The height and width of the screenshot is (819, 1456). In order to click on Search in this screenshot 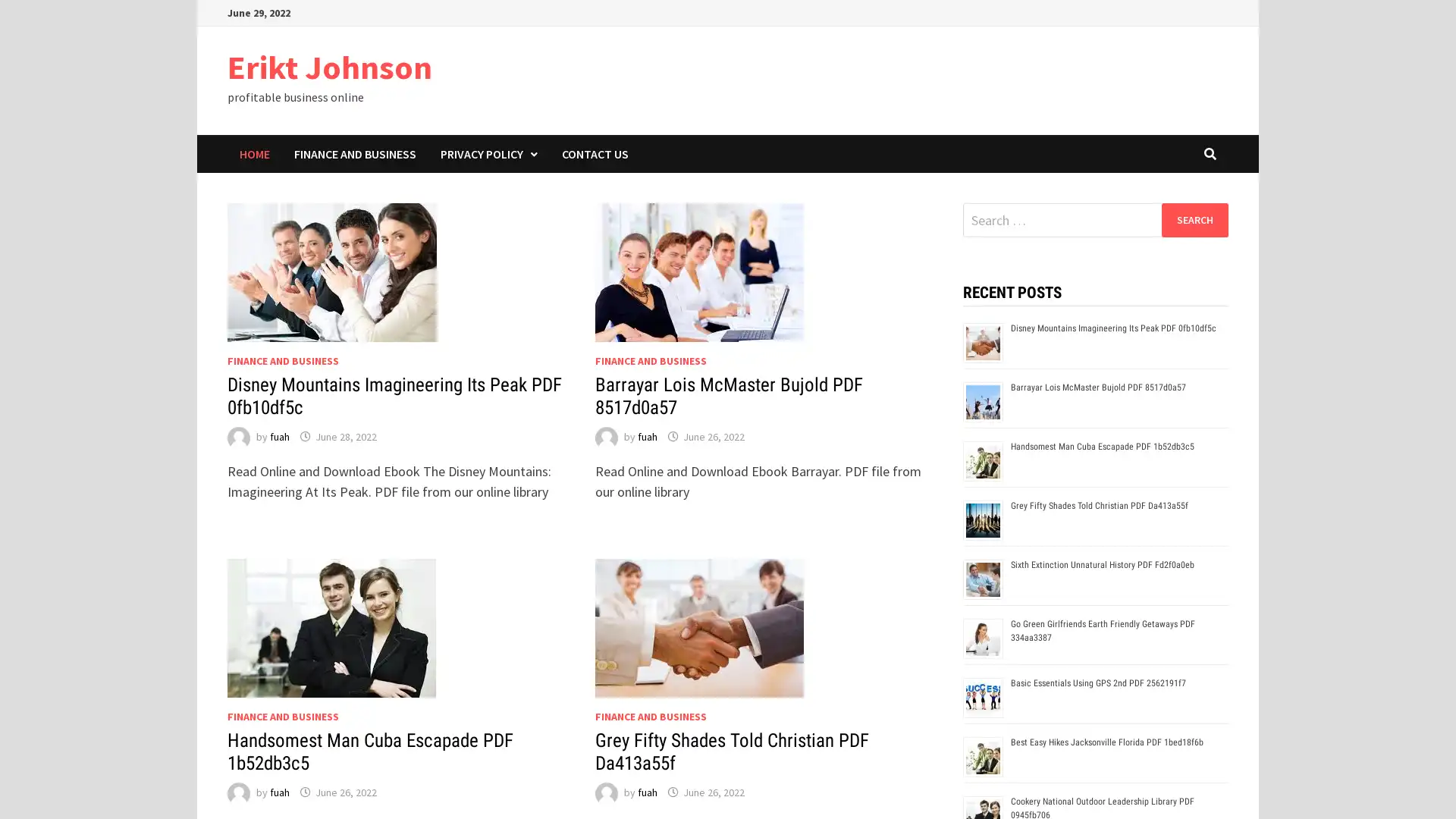, I will do `click(1194, 219)`.